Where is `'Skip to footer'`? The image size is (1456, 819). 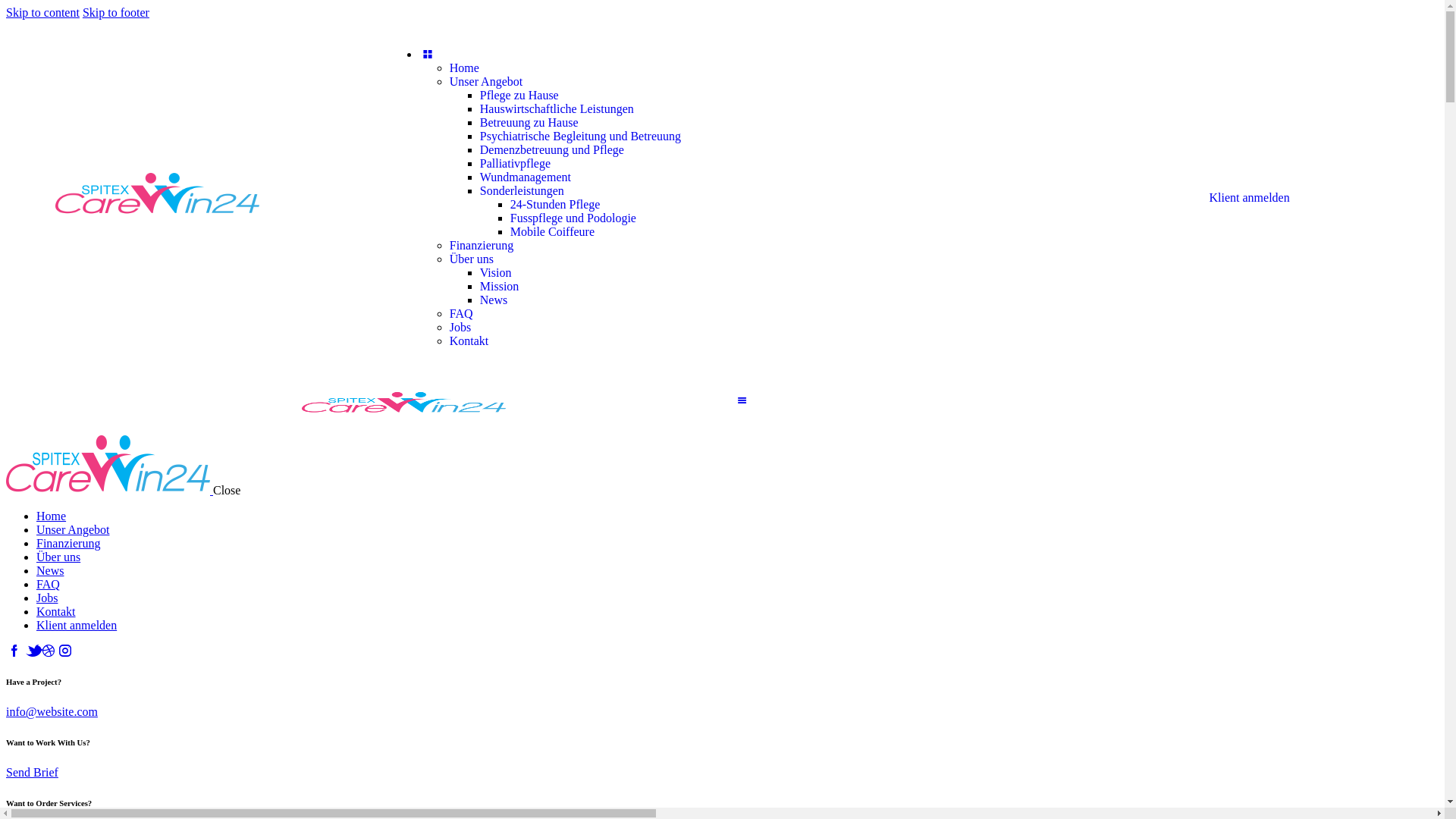 'Skip to footer' is located at coordinates (82, 12).